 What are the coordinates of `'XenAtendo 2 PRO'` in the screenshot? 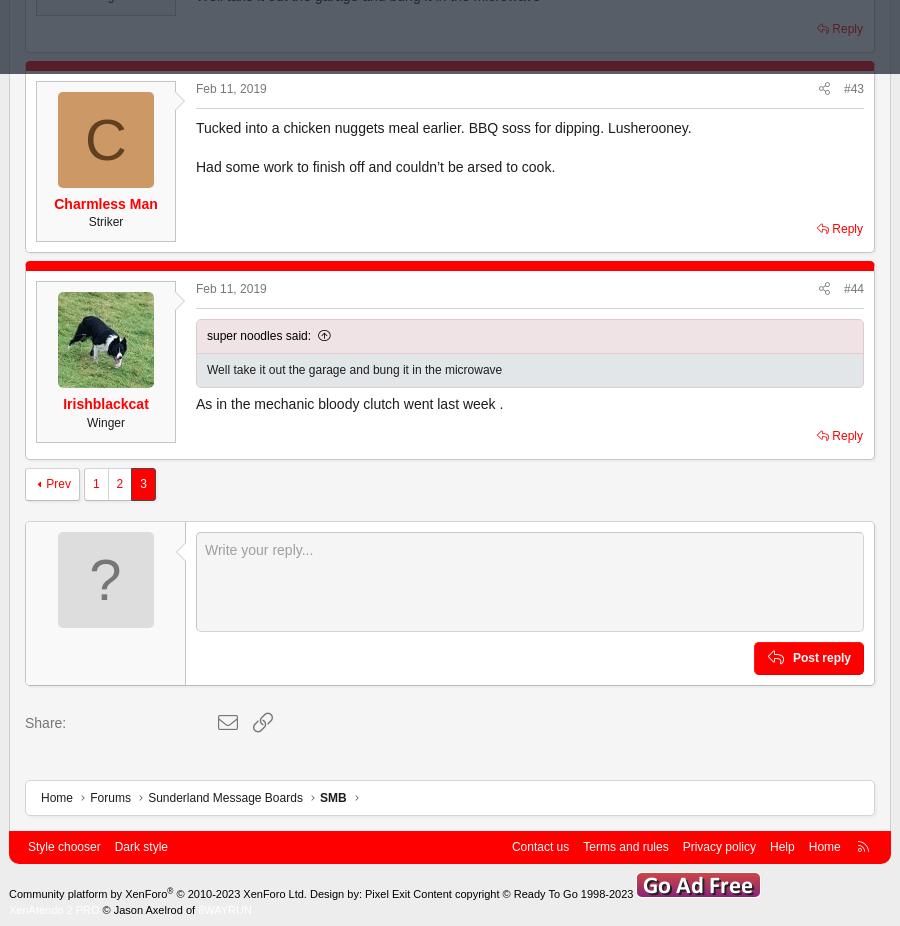 It's located at (53, 908).